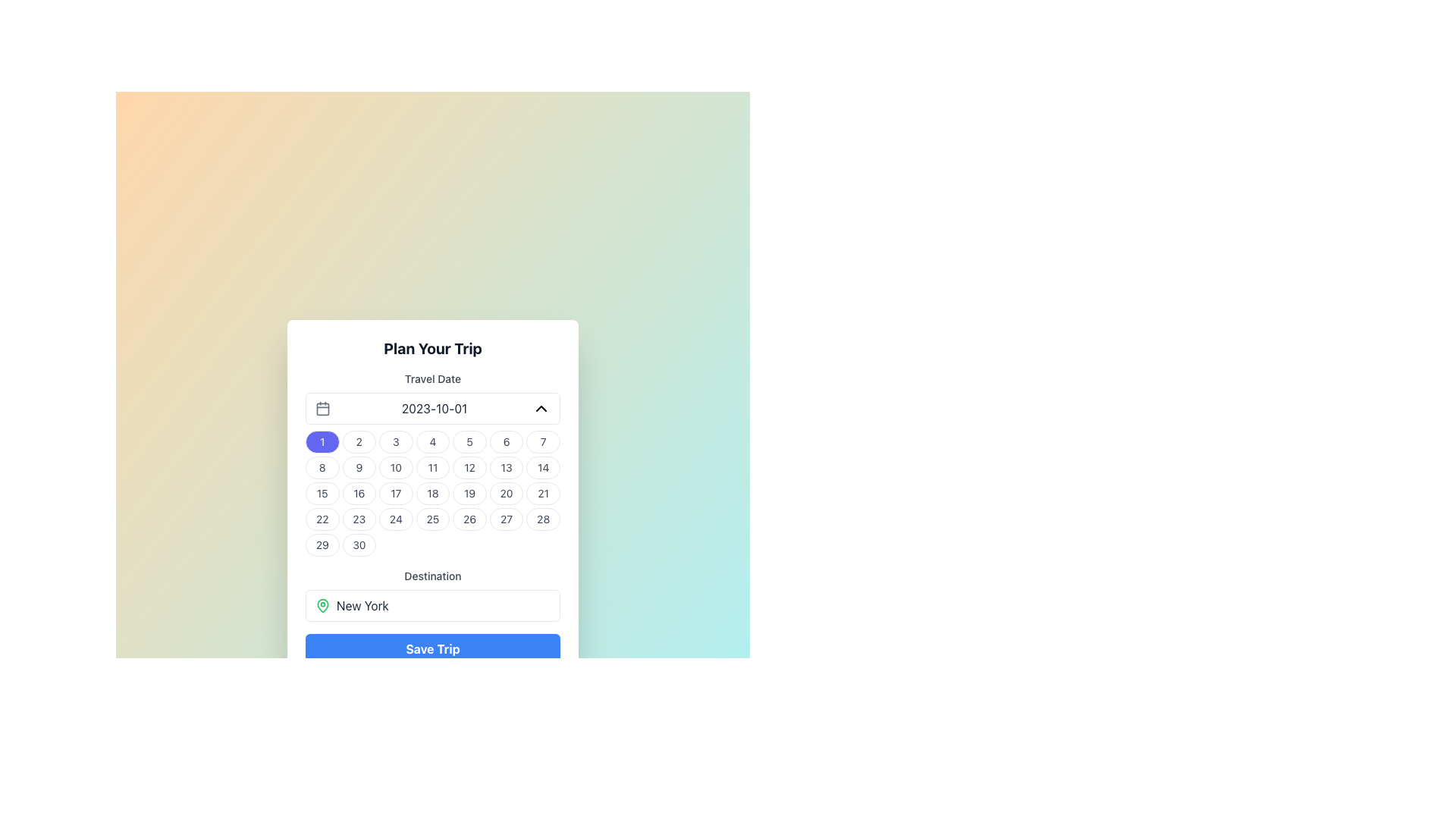  What do you see at coordinates (543, 441) in the screenshot?
I see `the button that selects the 7th day of the month in the calendar widget, located in the first row as the seventh button from the left` at bounding box center [543, 441].